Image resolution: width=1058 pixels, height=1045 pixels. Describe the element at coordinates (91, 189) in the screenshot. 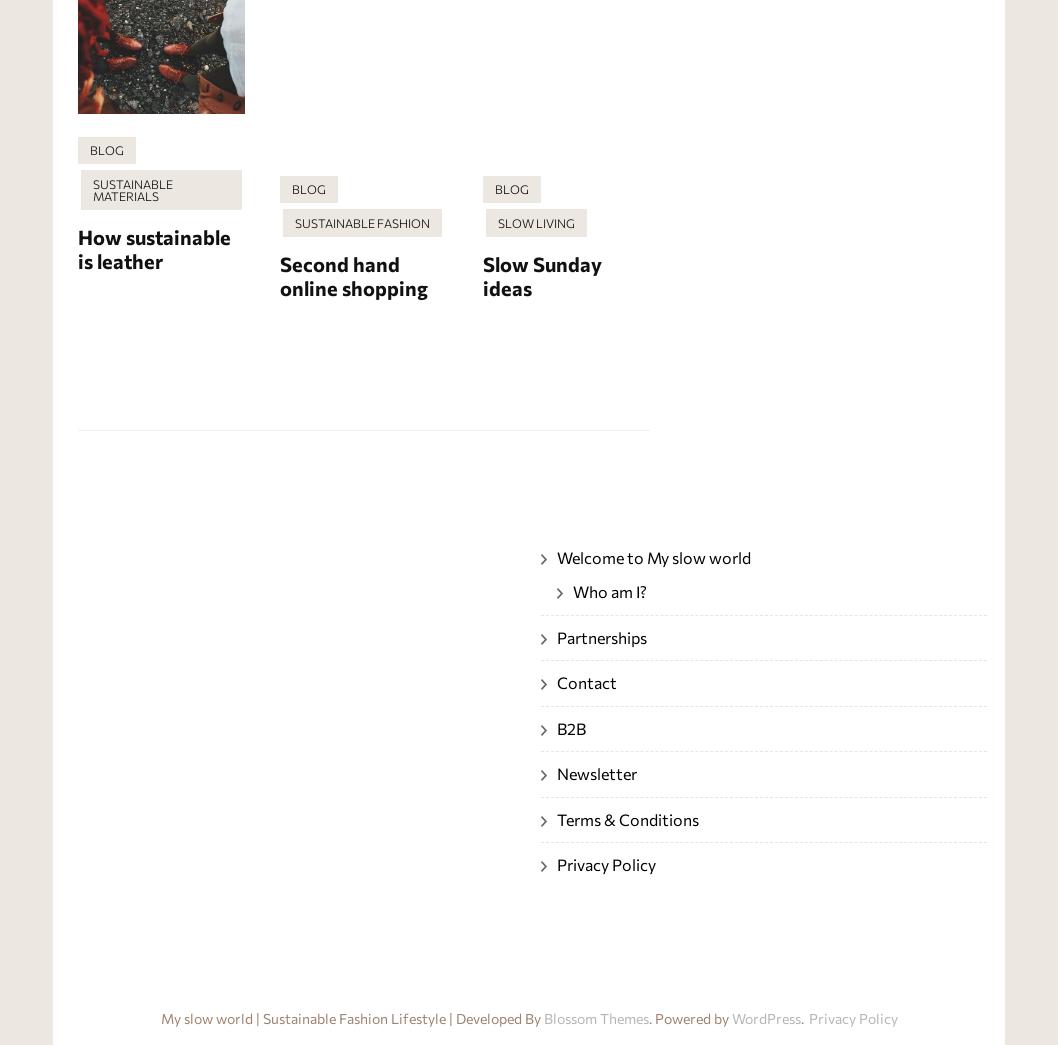

I see `'Sustainable materials'` at that location.